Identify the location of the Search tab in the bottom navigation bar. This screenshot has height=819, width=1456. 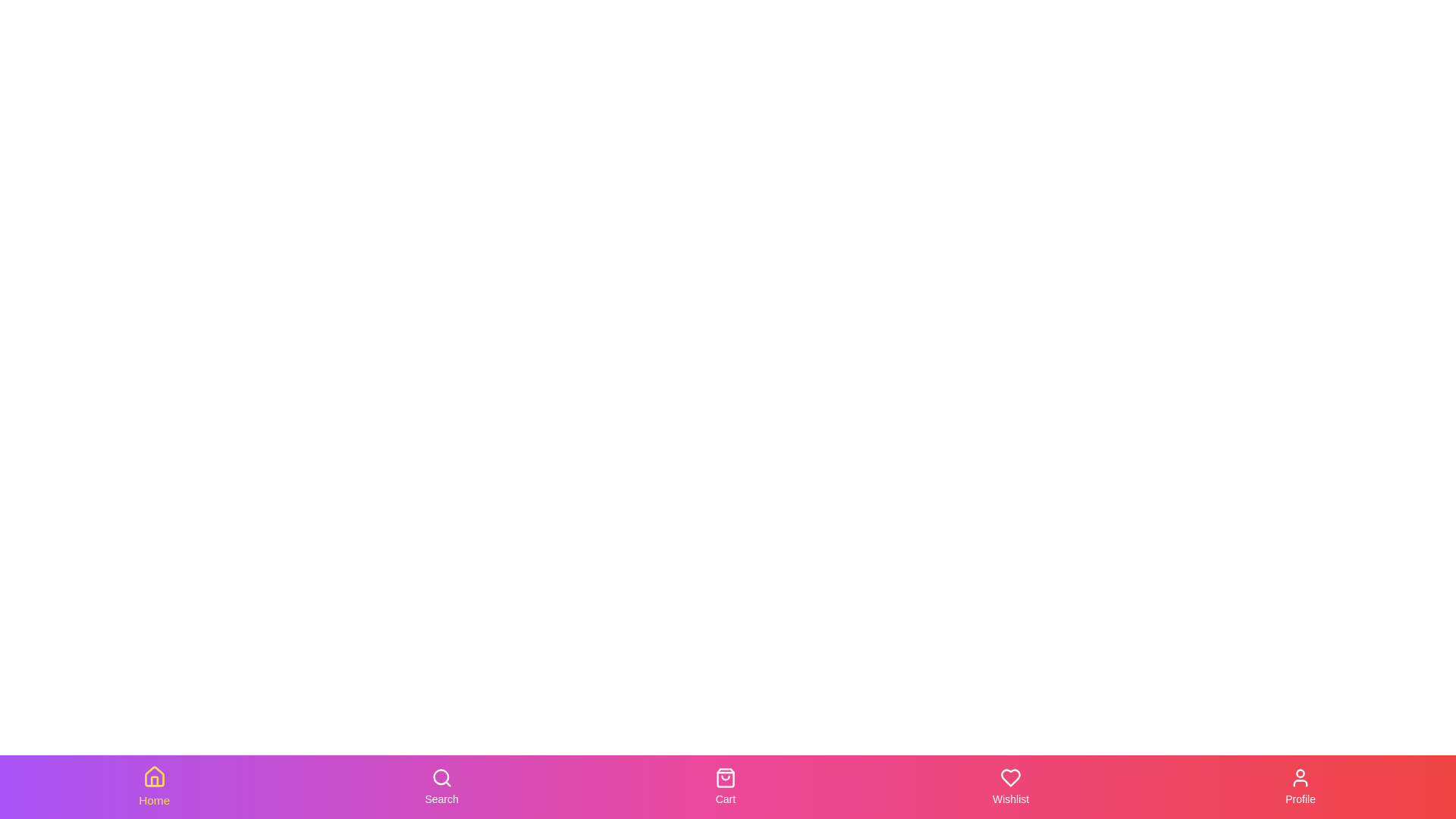
(440, 786).